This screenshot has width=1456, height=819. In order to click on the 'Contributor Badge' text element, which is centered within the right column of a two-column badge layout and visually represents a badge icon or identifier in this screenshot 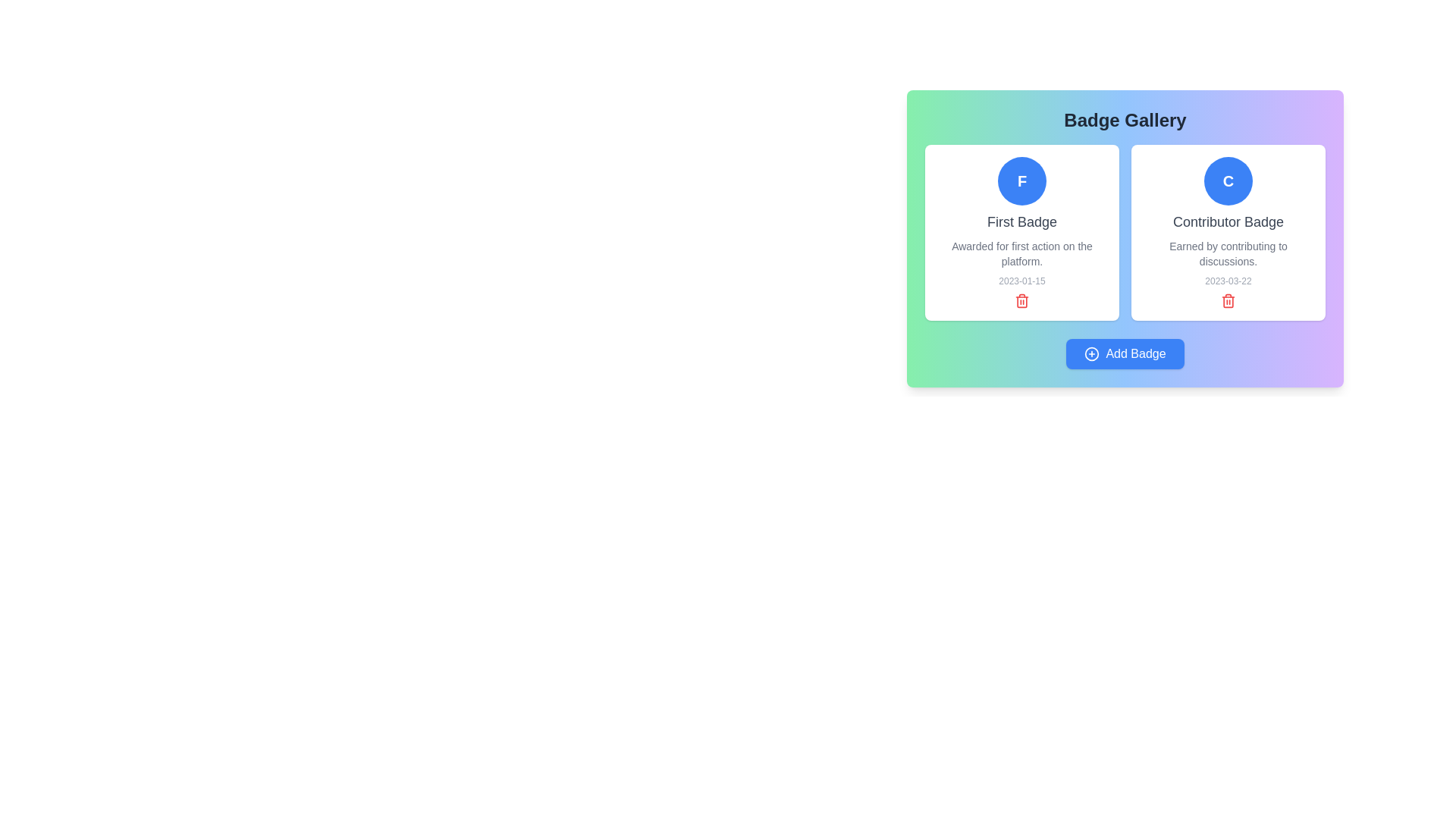, I will do `click(1228, 180)`.